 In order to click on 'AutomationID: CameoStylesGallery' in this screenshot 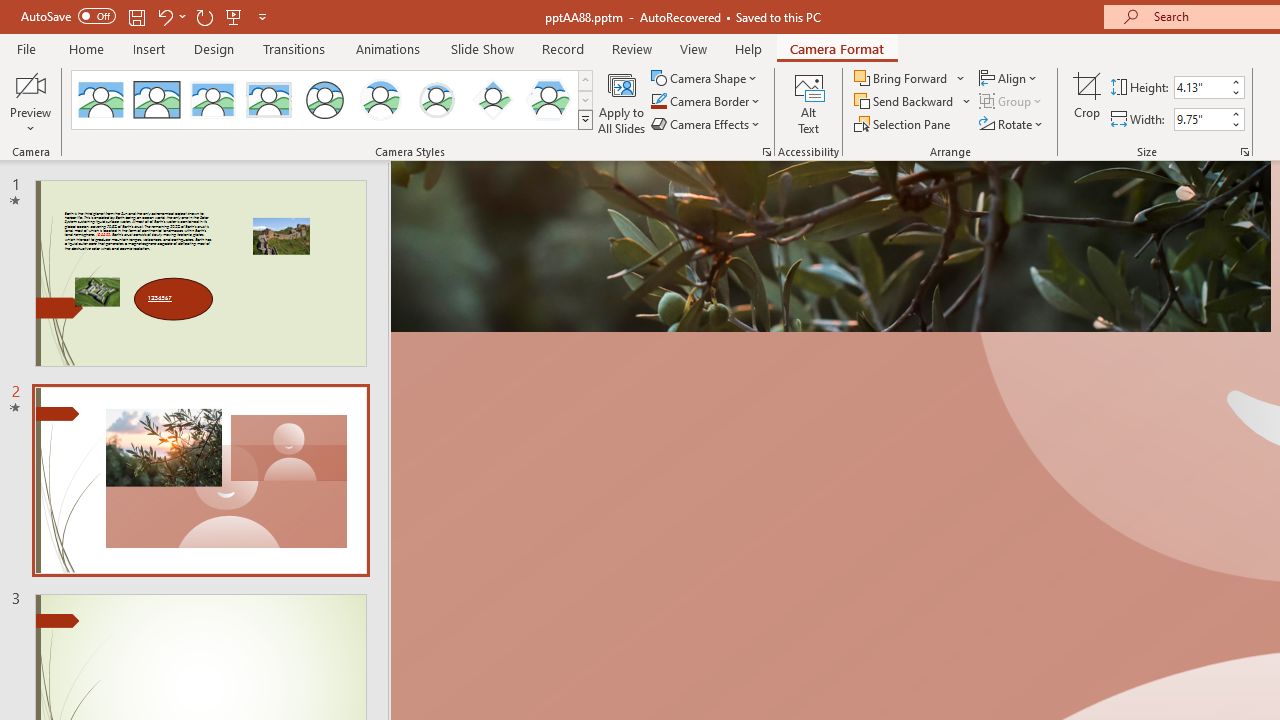, I will do `click(333, 100)`.